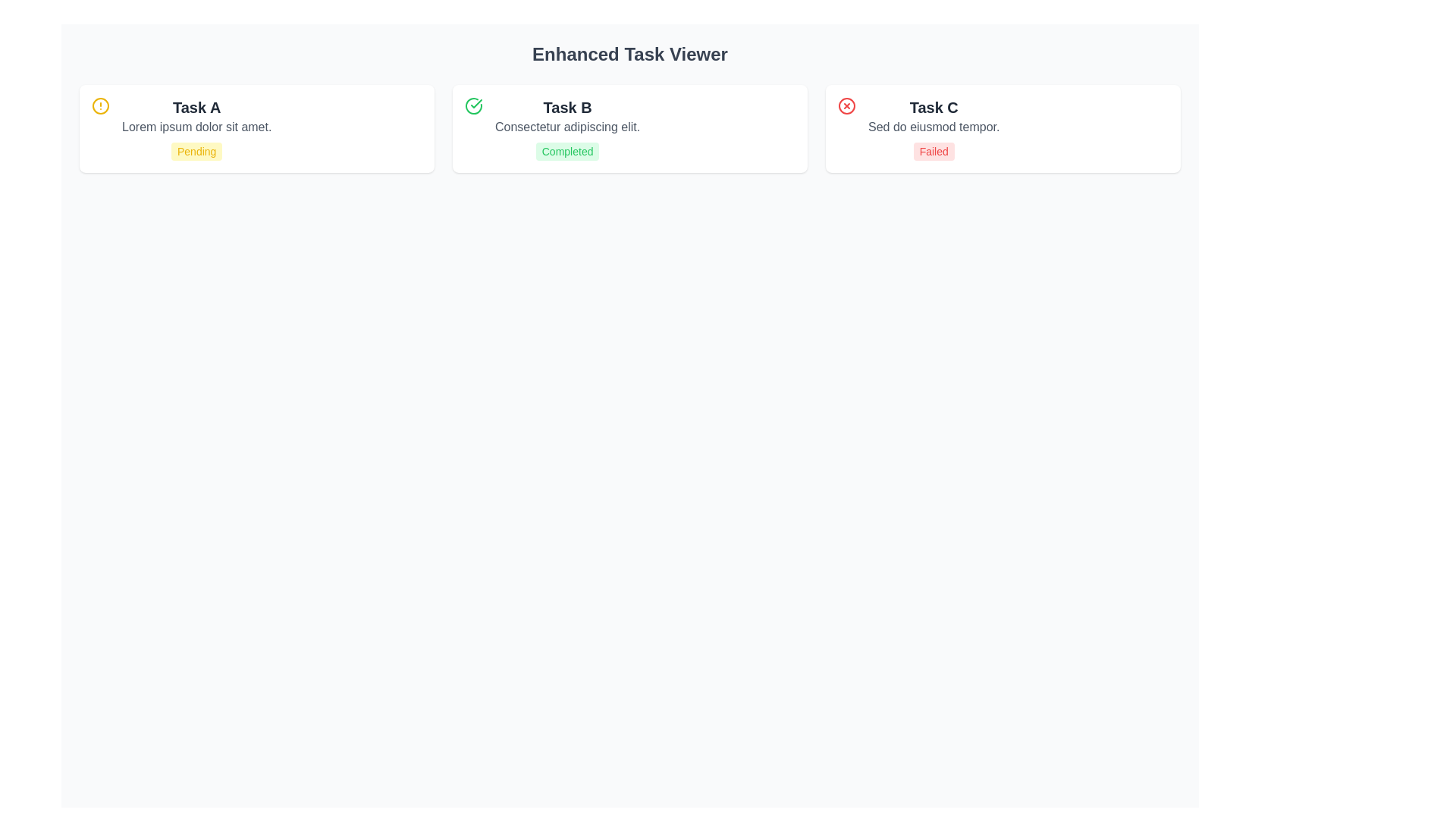  Describe the element at coordinates (933, 127) in the screenshot. I see `descriptive text element located below the header 'Task C' and above the 'Failed' label, which provides additional details about the task 'Task C'` at that location.